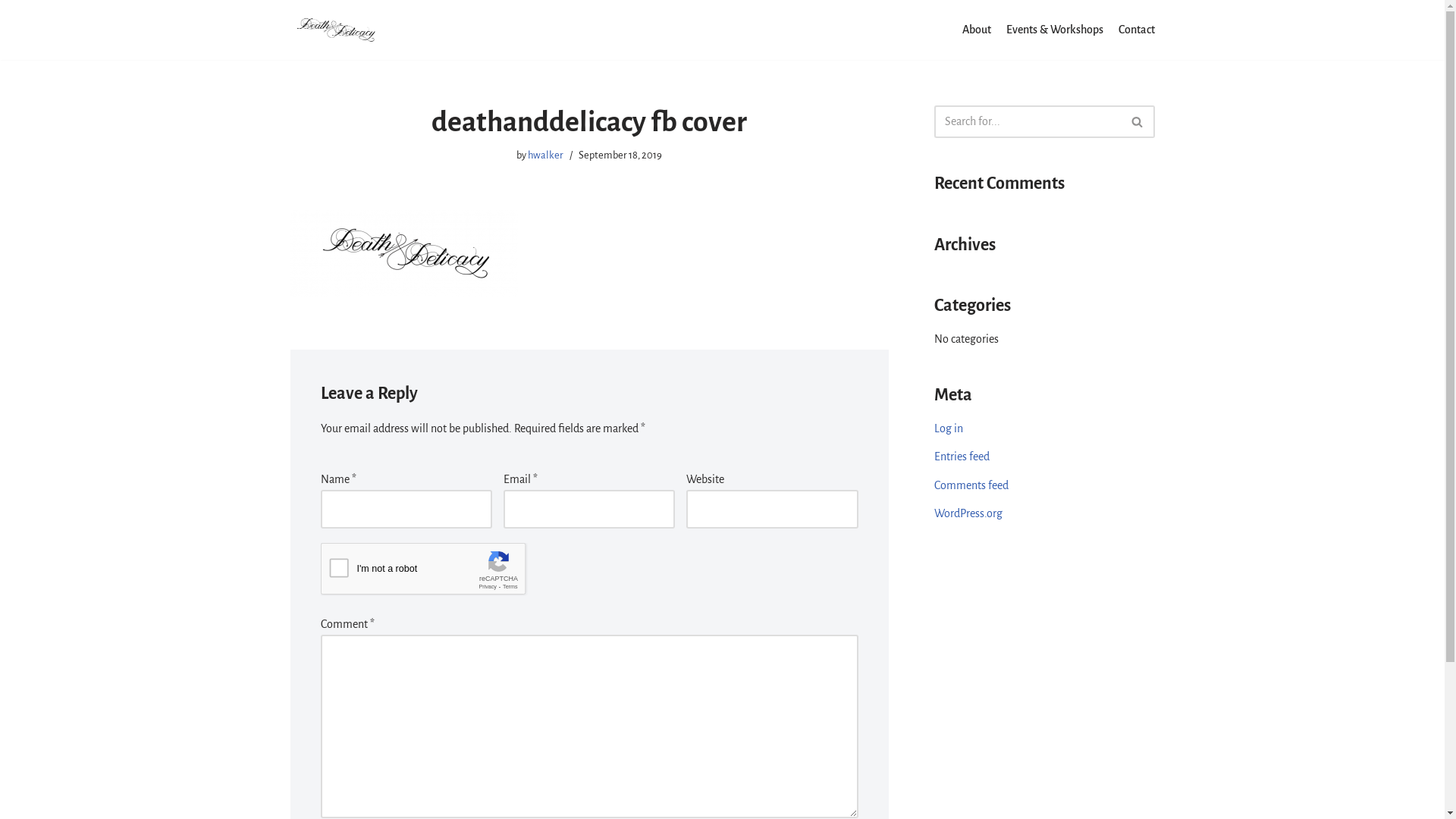  I want to click on 'reCAPTCHA', so click(435, 573).